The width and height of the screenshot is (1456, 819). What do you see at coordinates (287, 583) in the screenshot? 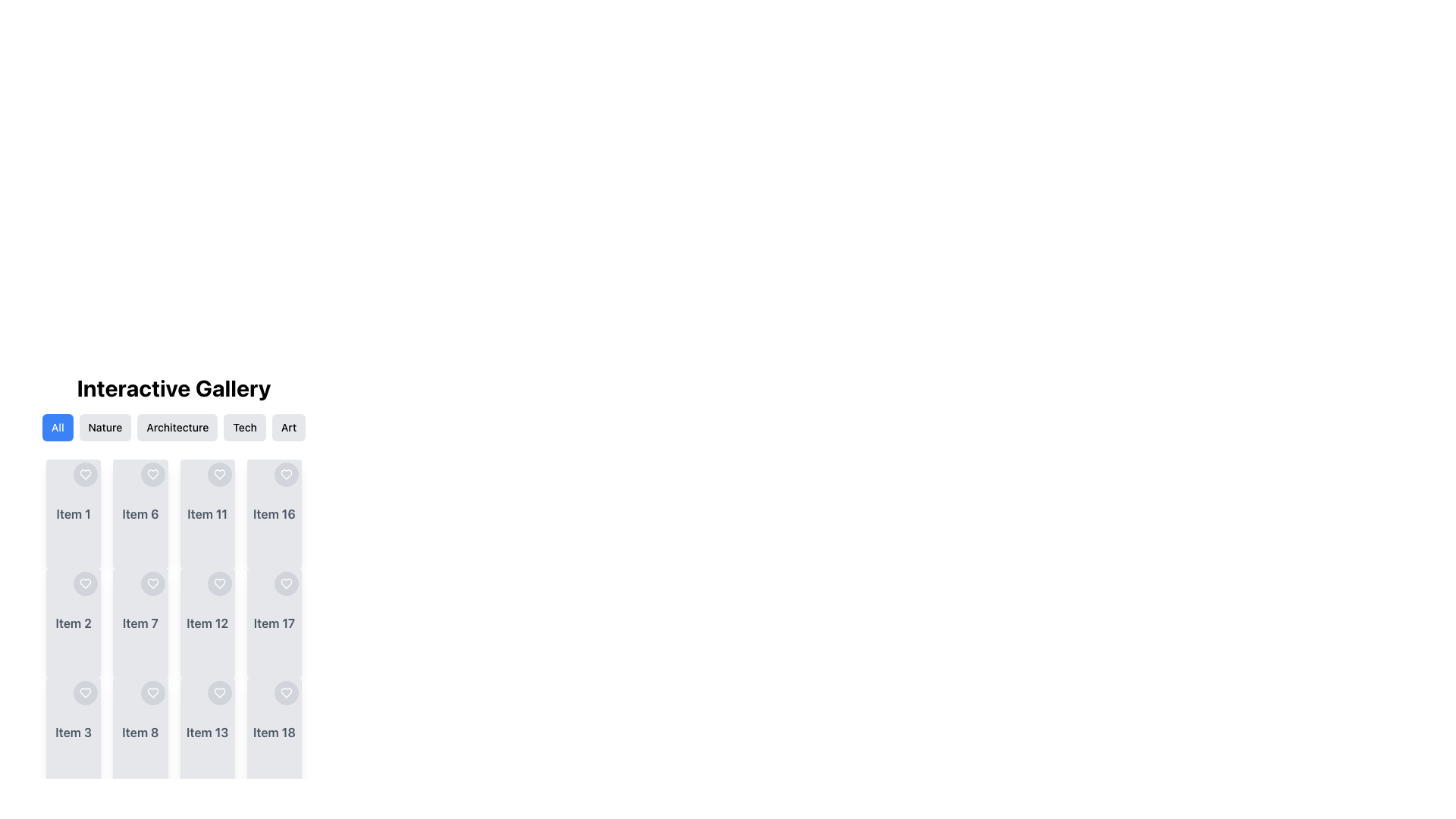
I see `the favorite button located in the top-right corner of the card for Item 17 to mark it as a favorite` at bounding box center [287, 583].